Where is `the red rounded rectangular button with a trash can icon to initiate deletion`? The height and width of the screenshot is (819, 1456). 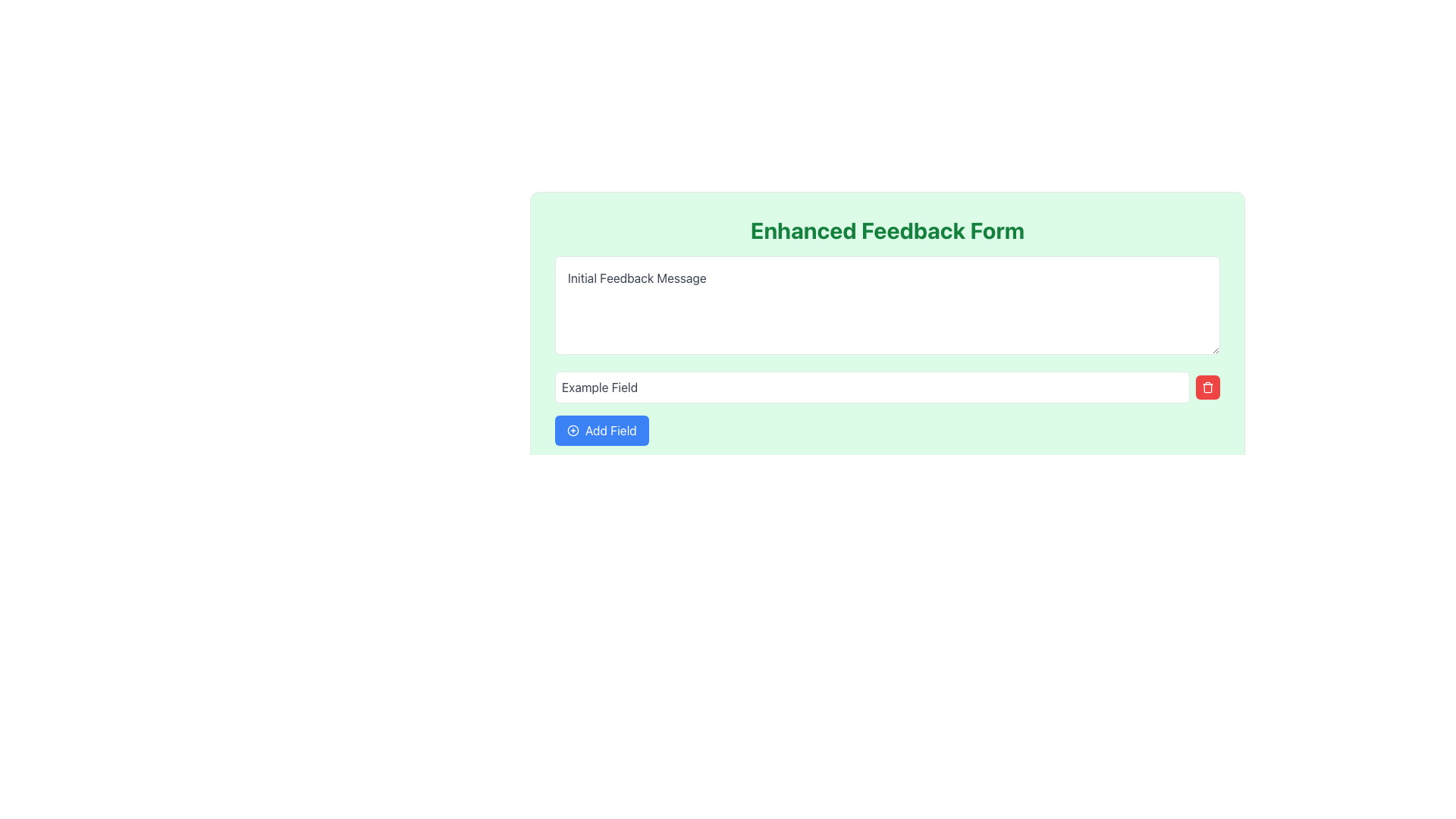
the red rounded rectangular button with a trash can icon to initiate deletion is located at coordinates (1207, 386).